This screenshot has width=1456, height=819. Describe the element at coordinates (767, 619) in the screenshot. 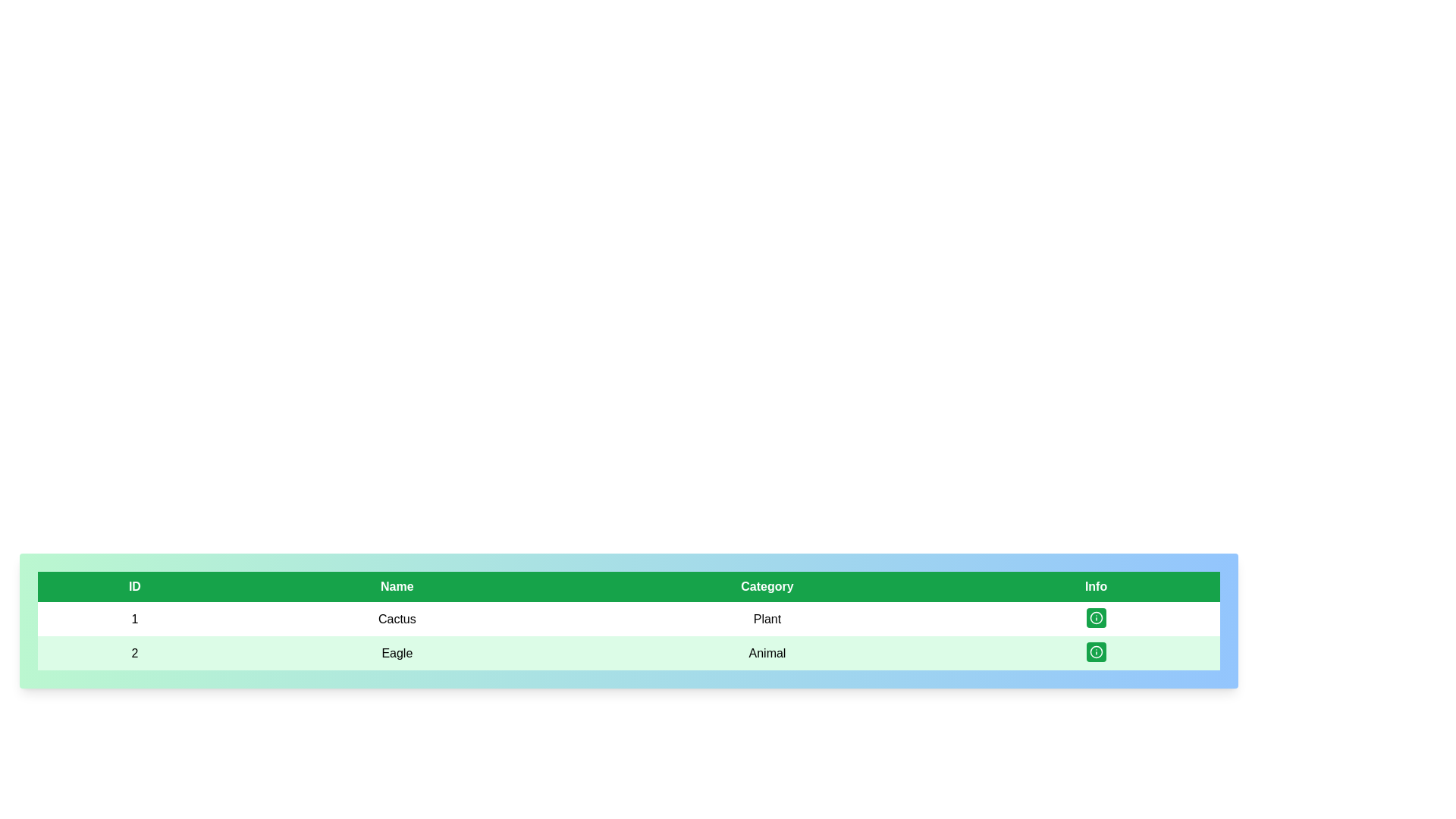

I see `the Text label in the third column of the first data row, which describes the category 'Plant' in the table` at that location.